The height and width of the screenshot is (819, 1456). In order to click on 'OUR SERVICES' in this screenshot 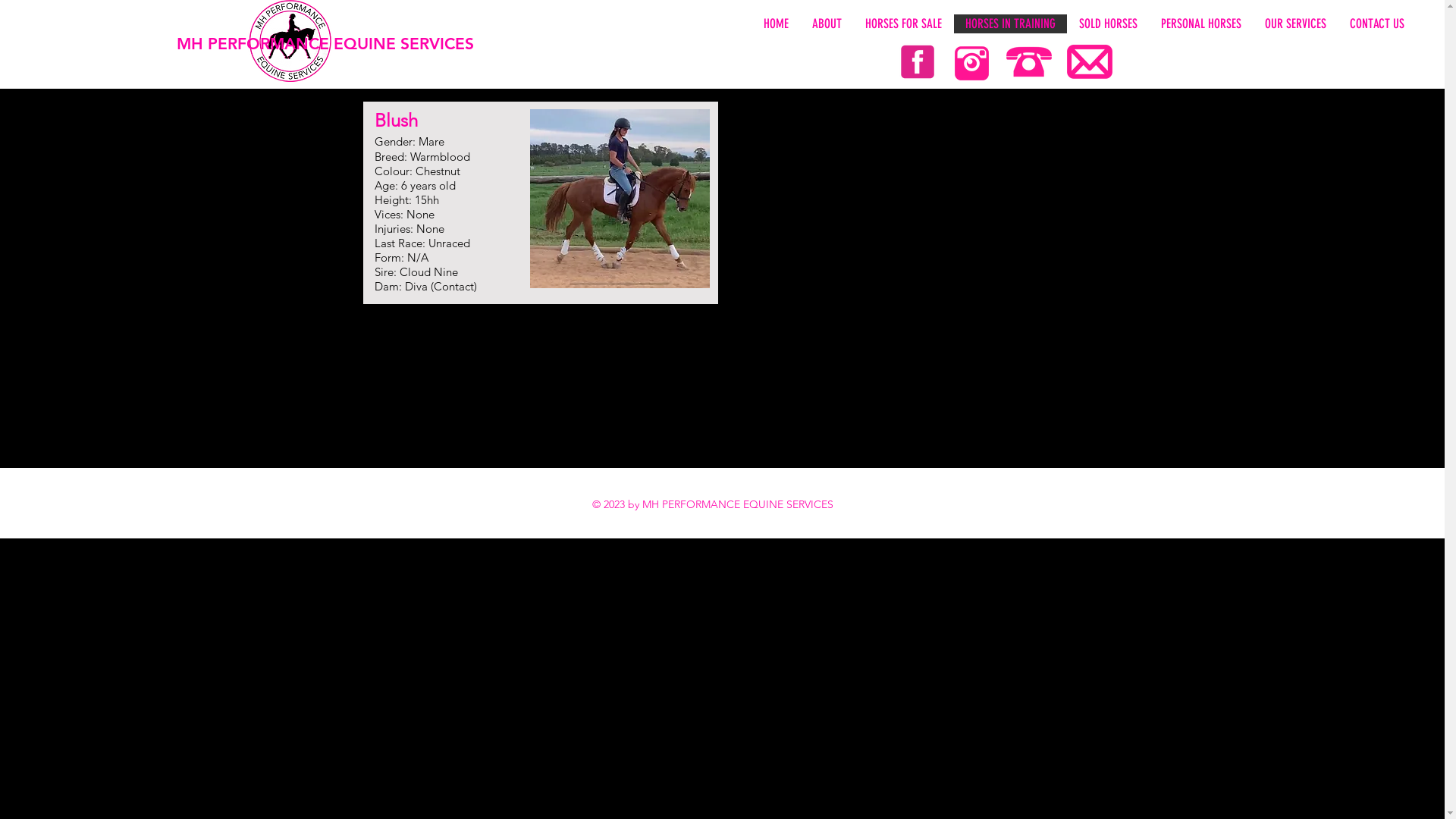, I will do `click(1294, 24)`.